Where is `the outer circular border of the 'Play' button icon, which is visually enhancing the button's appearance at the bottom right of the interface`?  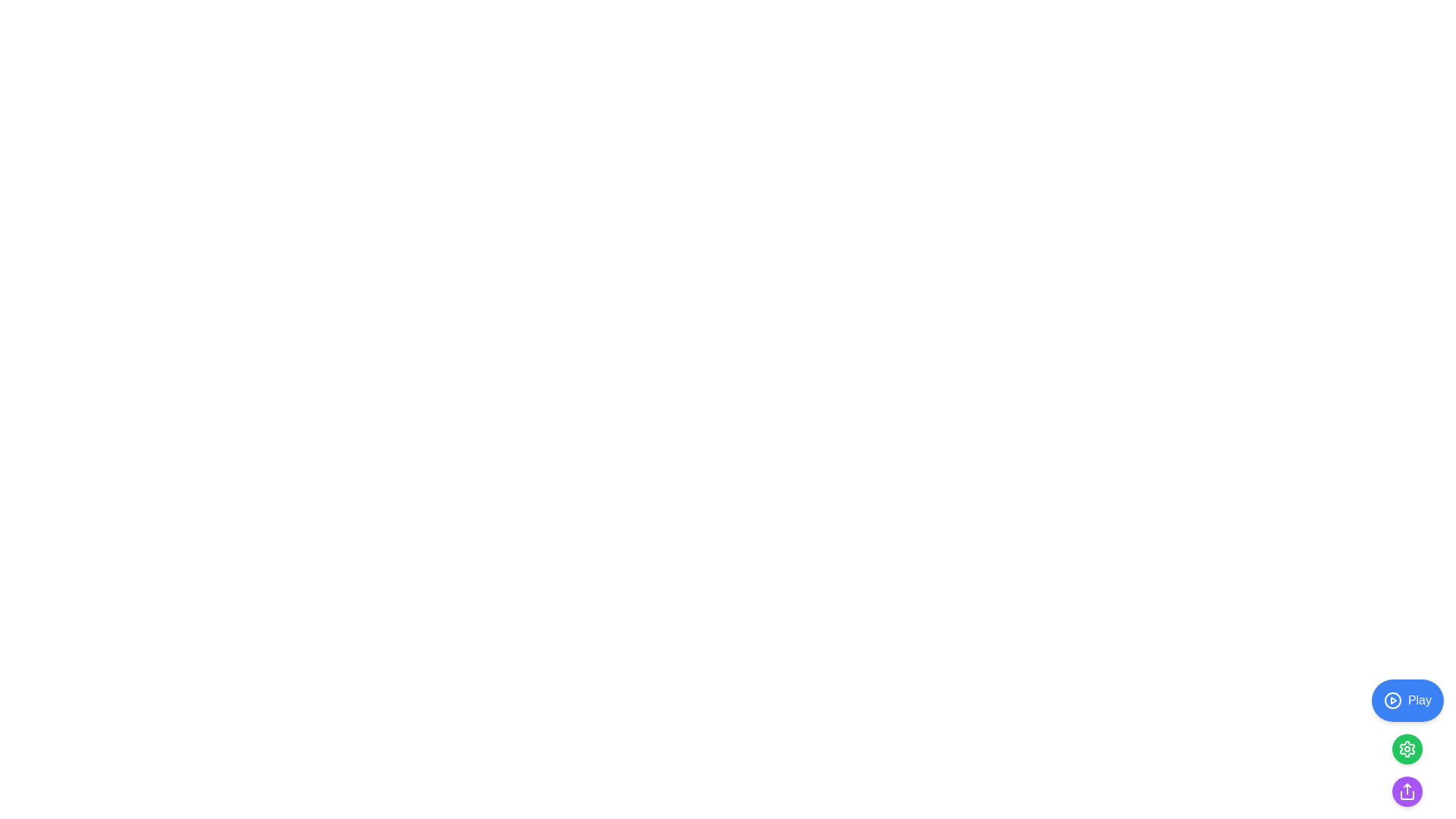
the outer circular border of the 'Play' button icon, which is visually enhancing the button's appearance at the bottom right of the interface is located at coordinates (1392, 701).